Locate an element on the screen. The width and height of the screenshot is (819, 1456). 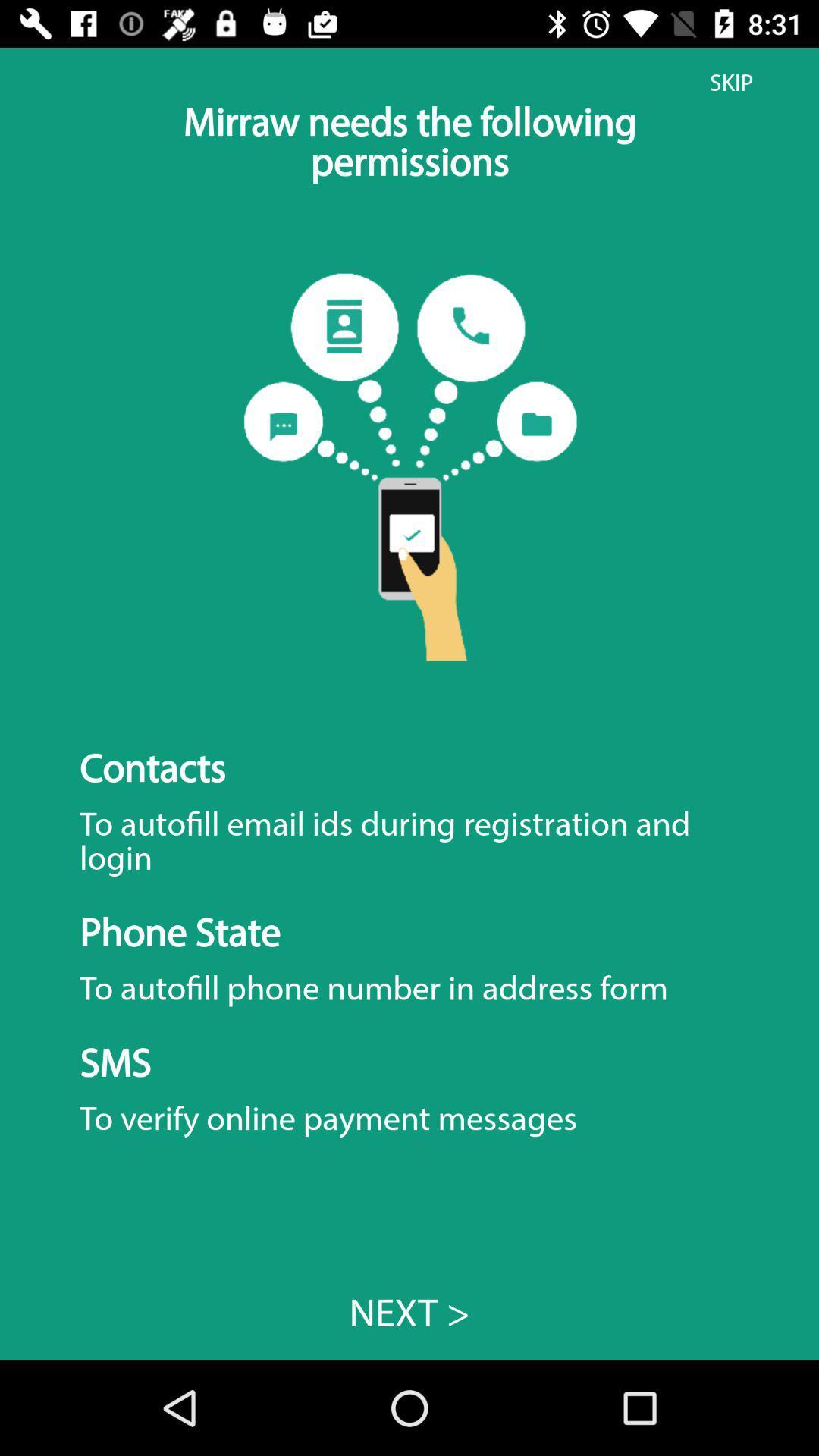
the skip item is located at coordinates (730, 82).